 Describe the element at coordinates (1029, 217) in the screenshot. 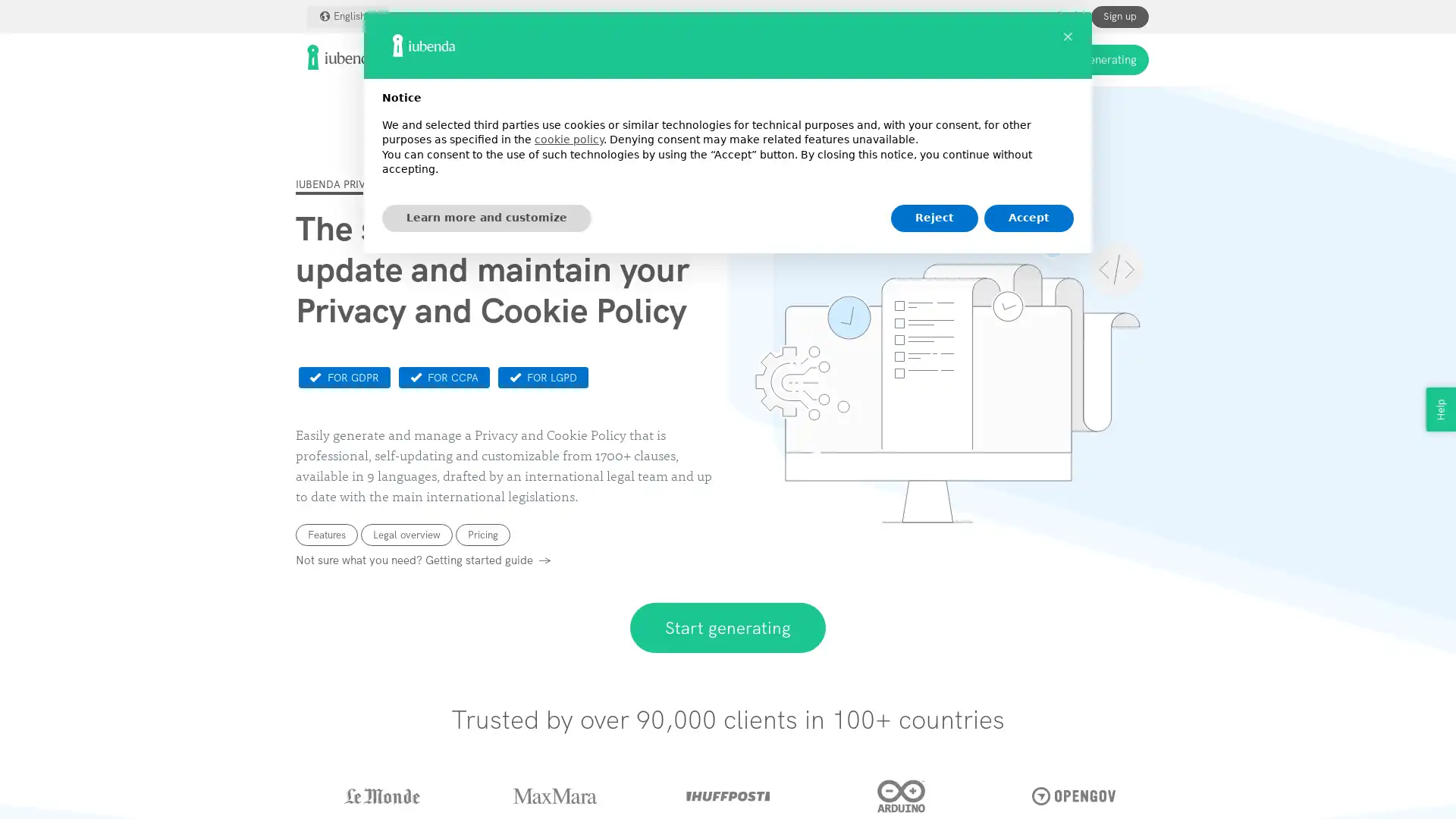

I see `Accept` at that location.